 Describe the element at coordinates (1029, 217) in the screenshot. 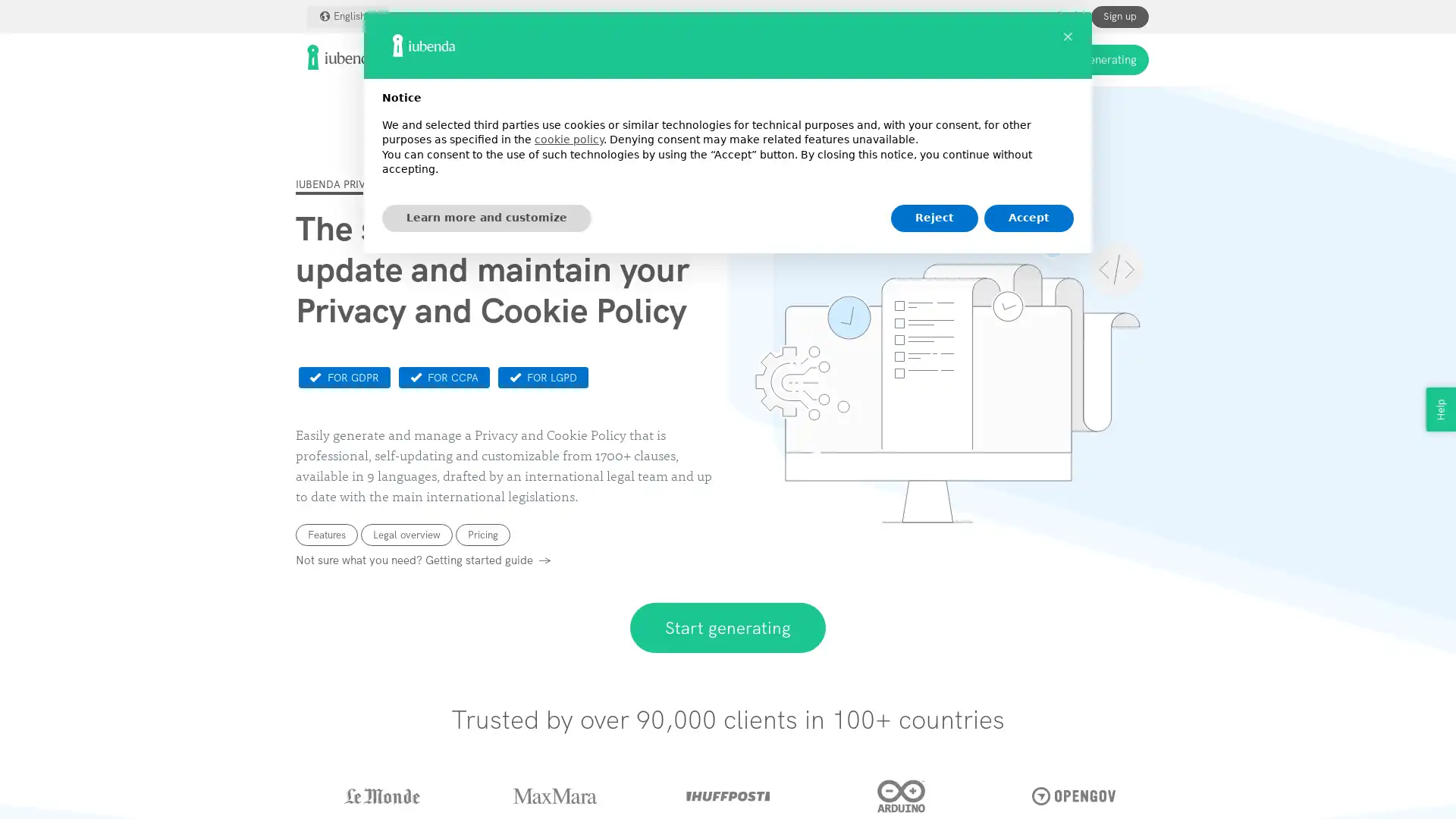

I see `Accept` at that location.